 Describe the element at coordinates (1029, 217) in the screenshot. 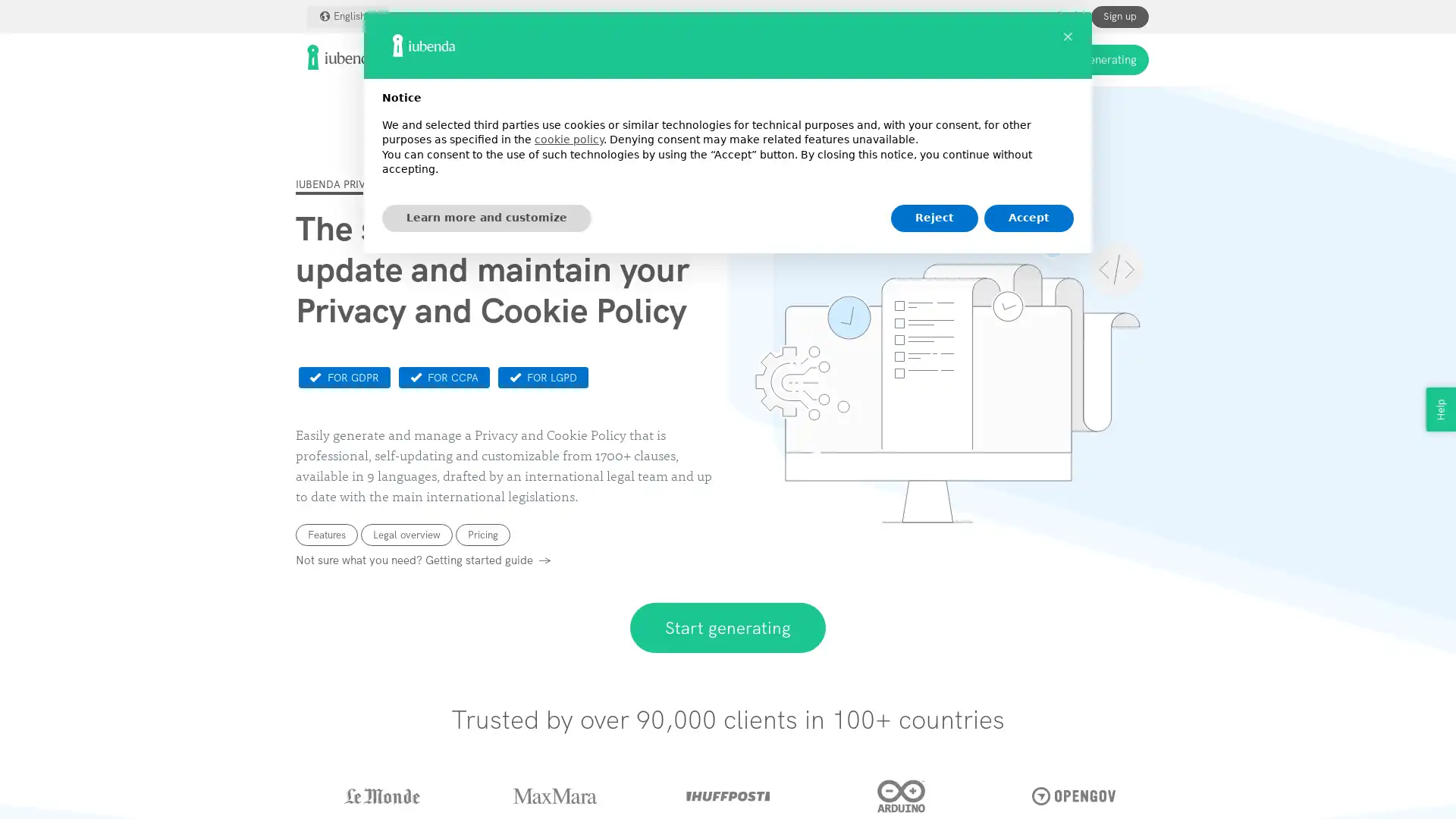

I see `Accept` at that location.